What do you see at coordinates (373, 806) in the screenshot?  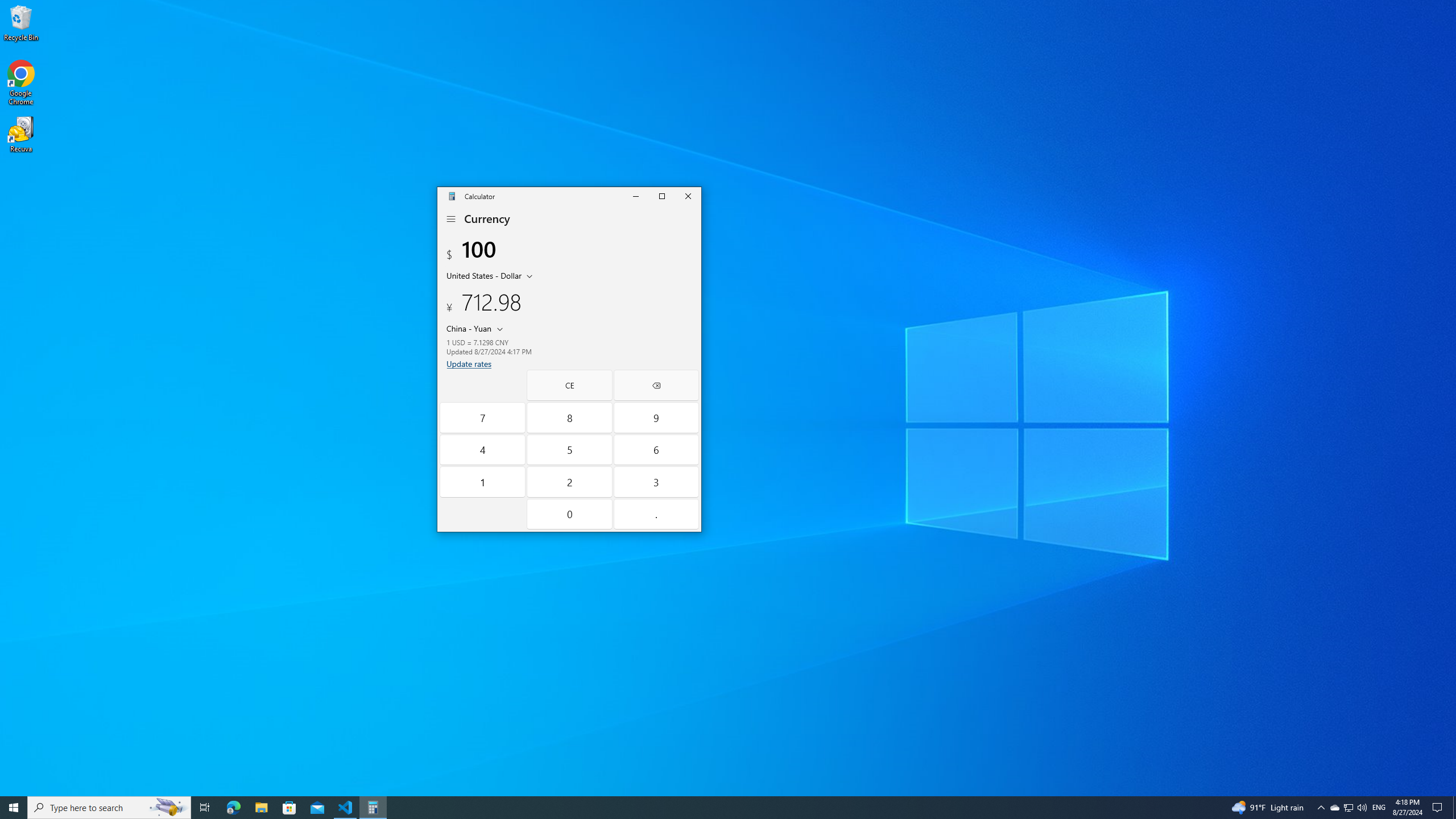 I see `'Calculator - 1 running window'` at bounding box center [373, 806].